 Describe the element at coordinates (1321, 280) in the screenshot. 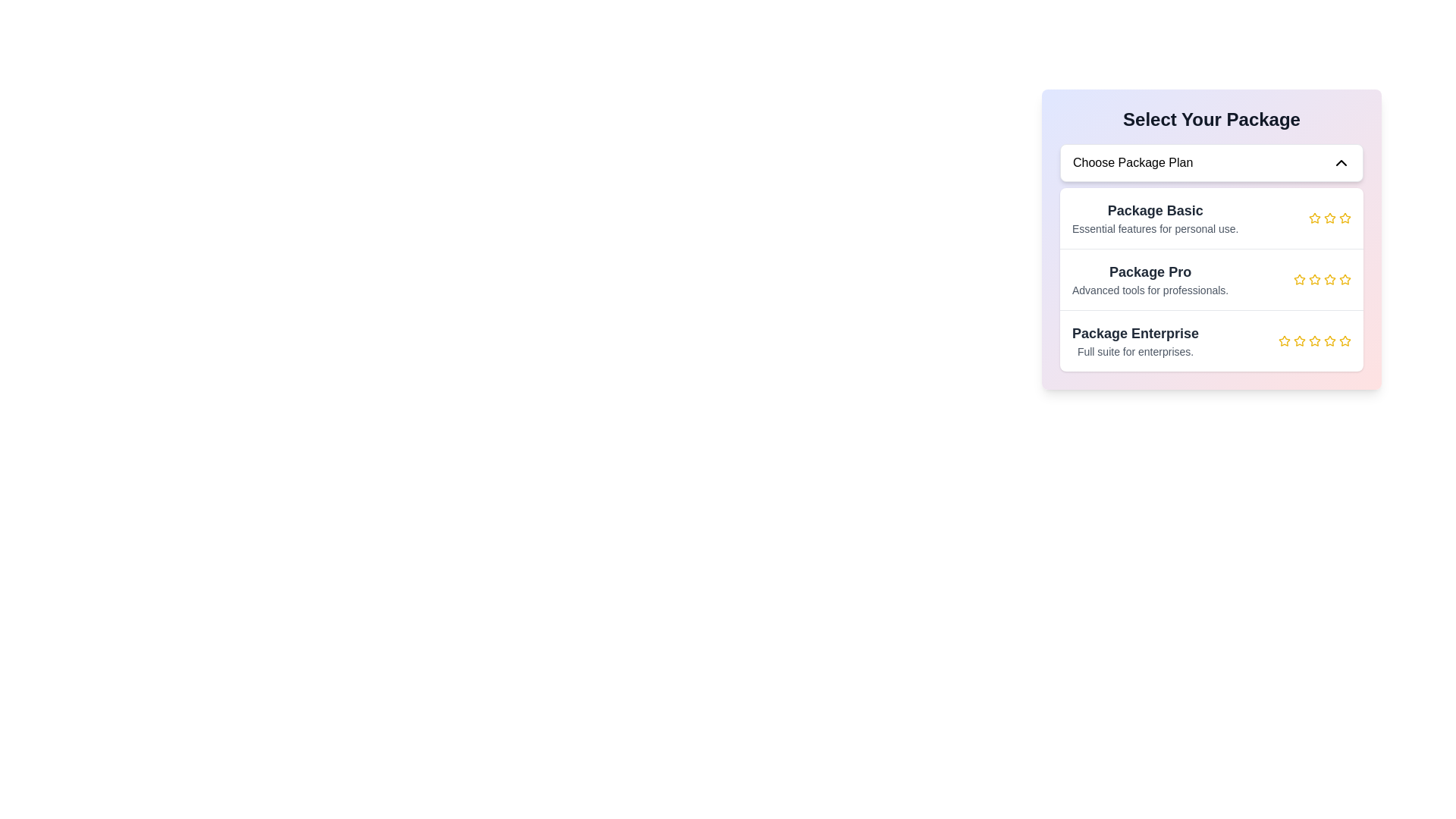

I see `the Rating indicator consisting of four yellow stars located in the 'Package Pro' section, positioned to the right of the 'Package Pro' text` at that location.